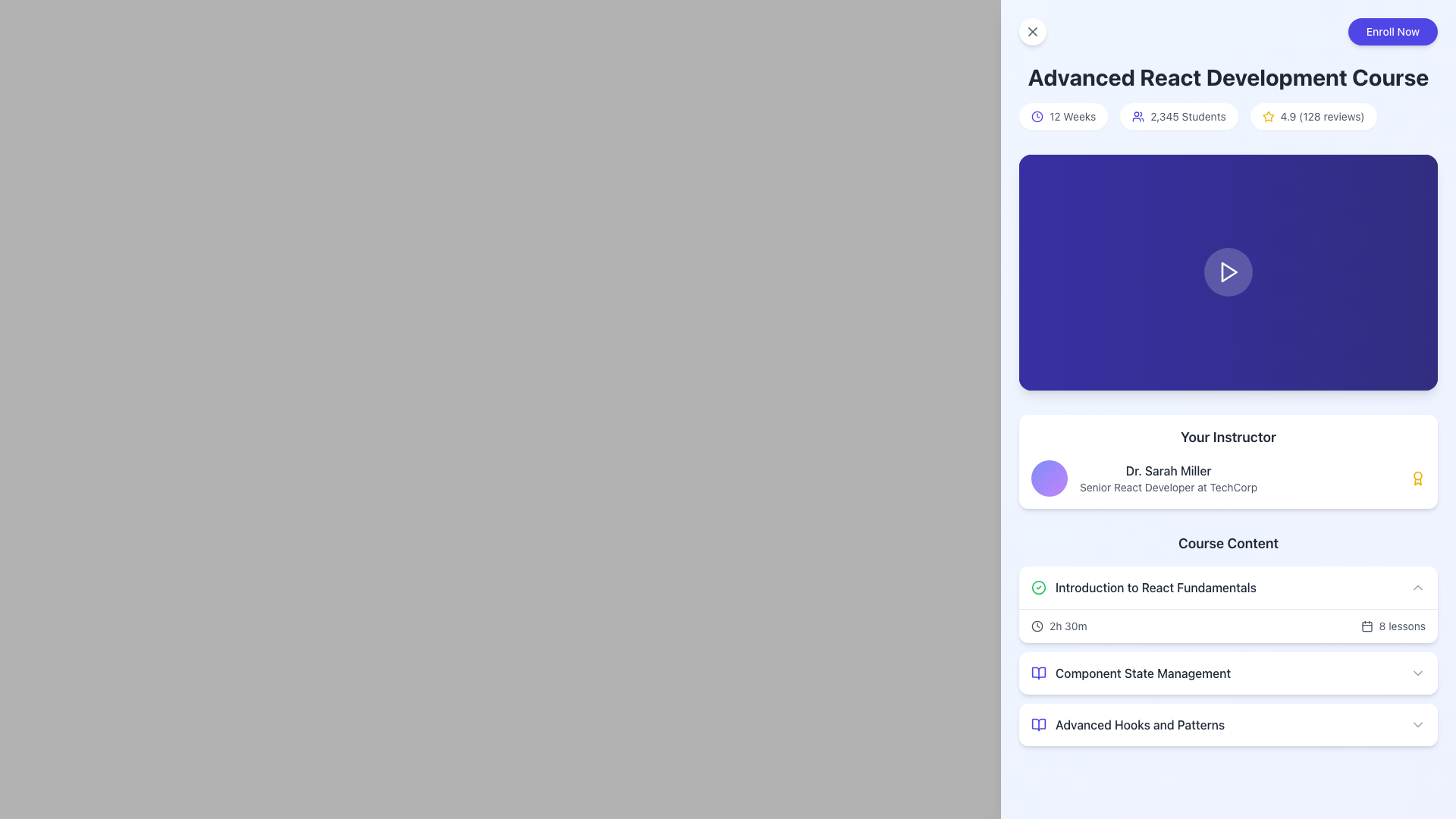 The image size is (1456, 819). Describe the element at coordinates (1268, 115) in the screenshot. I see `the rating icon located to the right of the header text 'Advanced React Development Course', aligned with the rating text '4.9 (128 reviews)'` at that location.